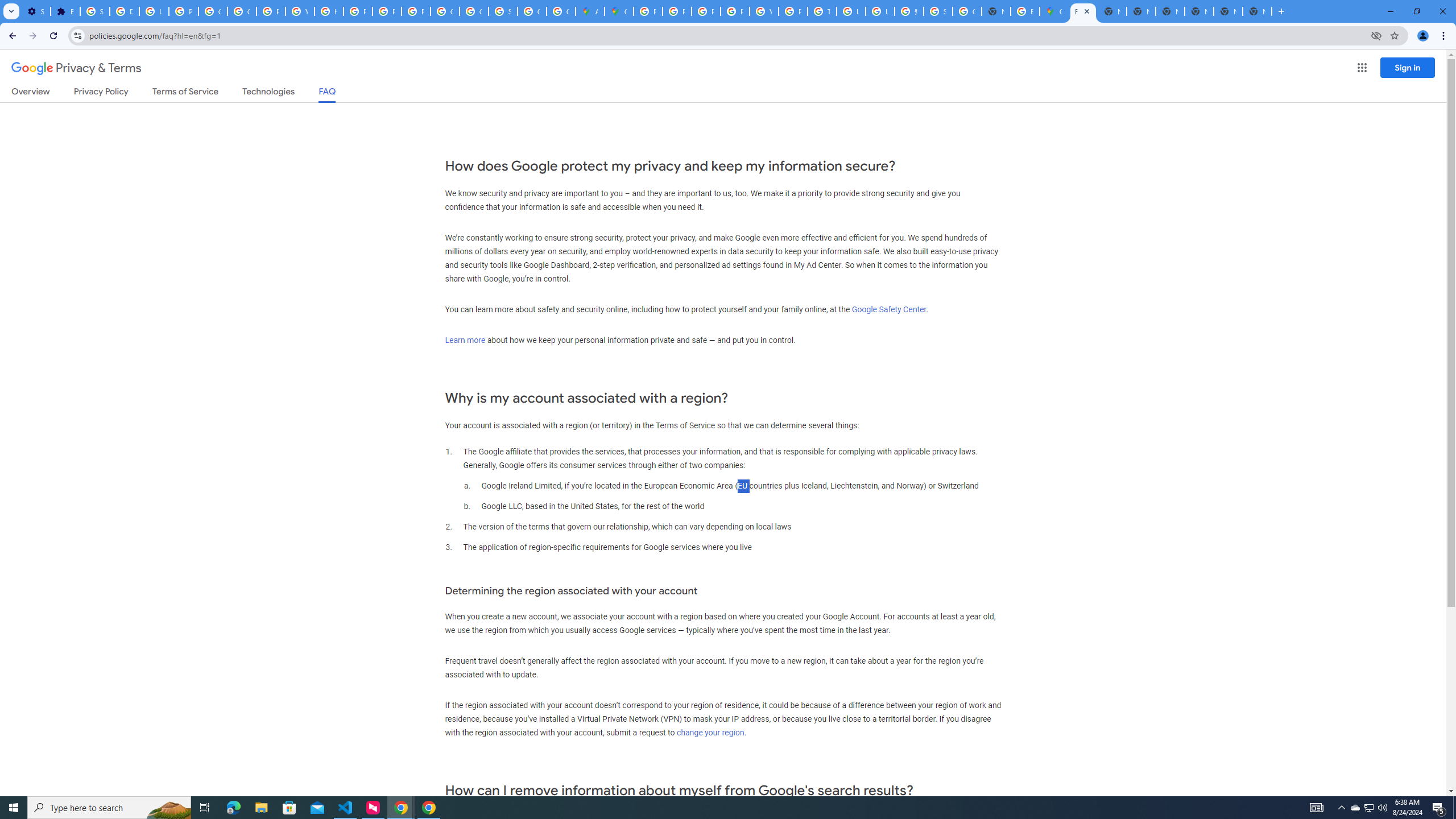 The image size is (1456, 819). Describe the element at coordinates (1025, 11) in the screenshot. I see `'Explore new street-level details - Google Maps Help'` at that location.